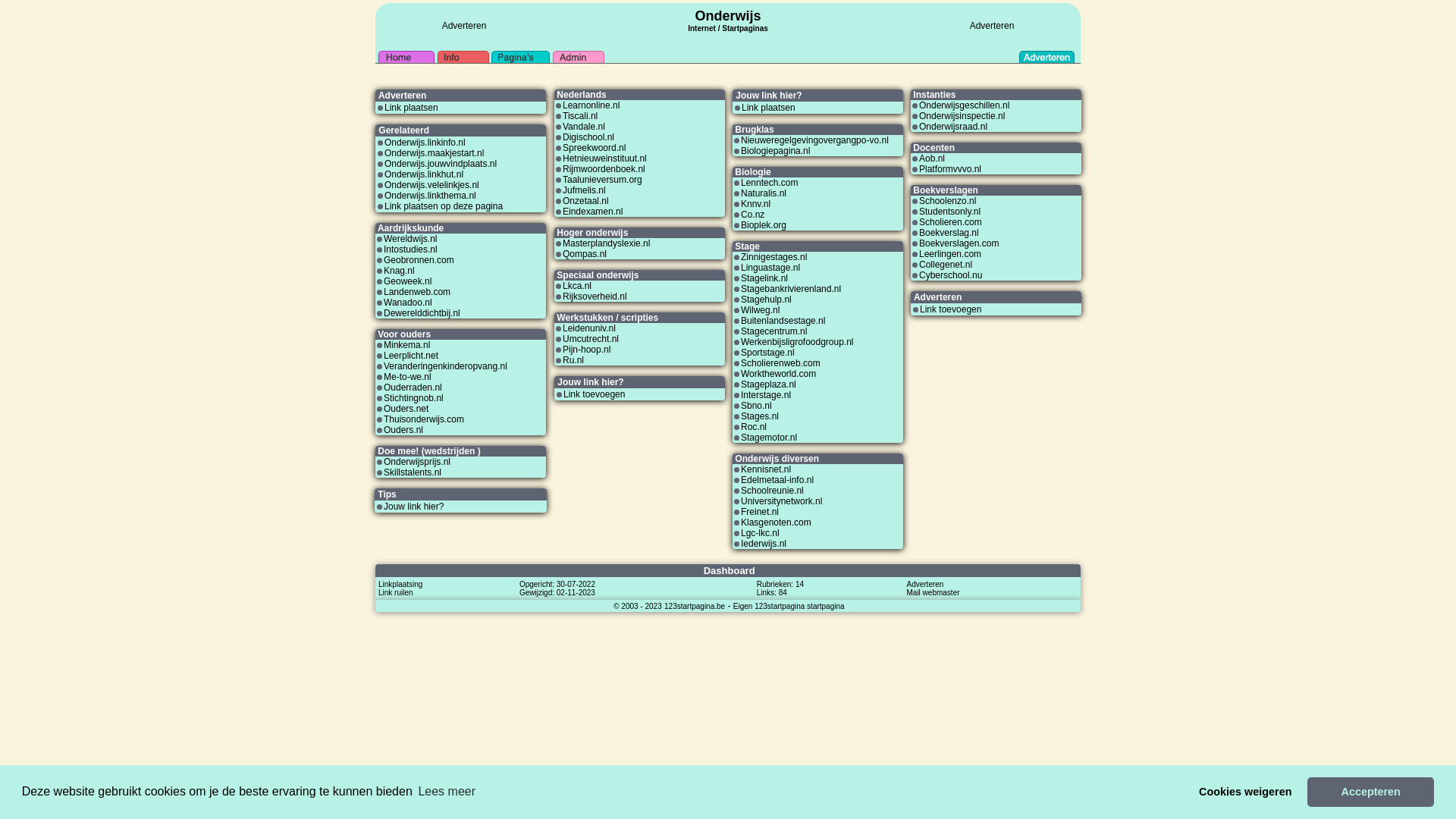  Describe the element at coordinates (399, 270) in the screenshot. I see `'Knag.nl'` at that location.